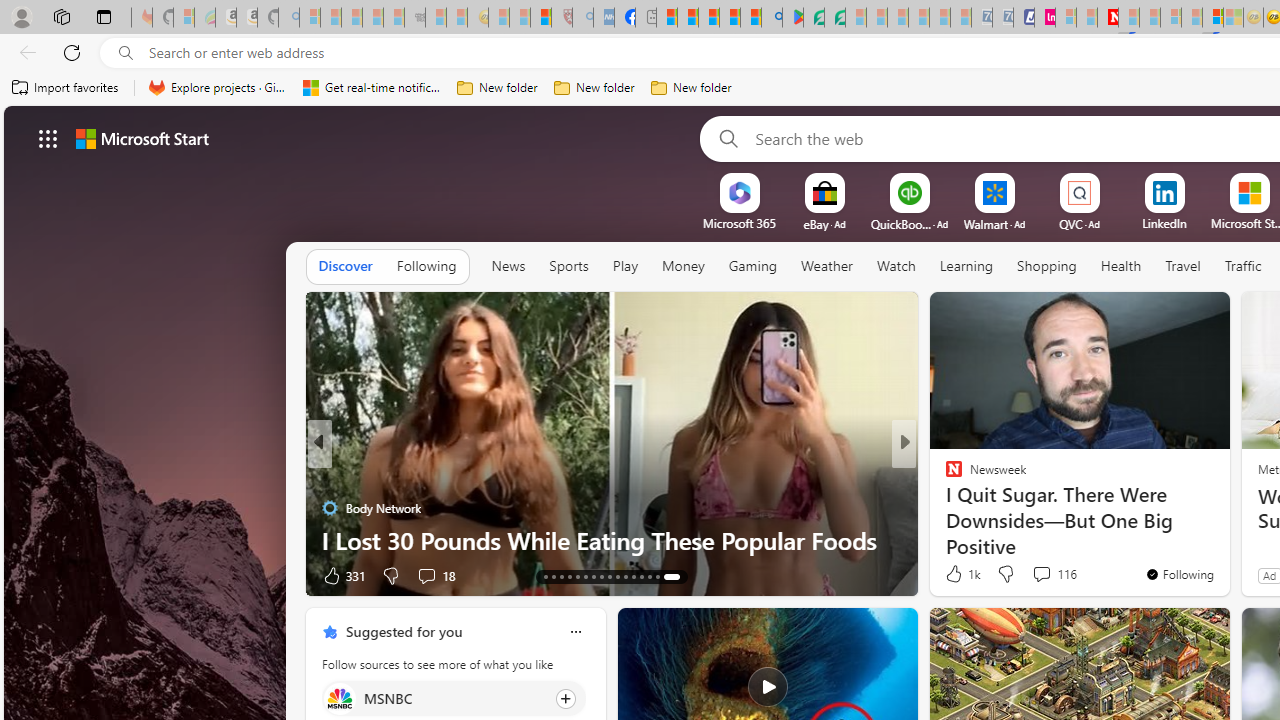 This screenshot has height=720, width=1280. What do you see at coordinates (1053, 574) in the screenshot?
I see `'View comments 116 Comment'` at bounding box center [1053, 574].